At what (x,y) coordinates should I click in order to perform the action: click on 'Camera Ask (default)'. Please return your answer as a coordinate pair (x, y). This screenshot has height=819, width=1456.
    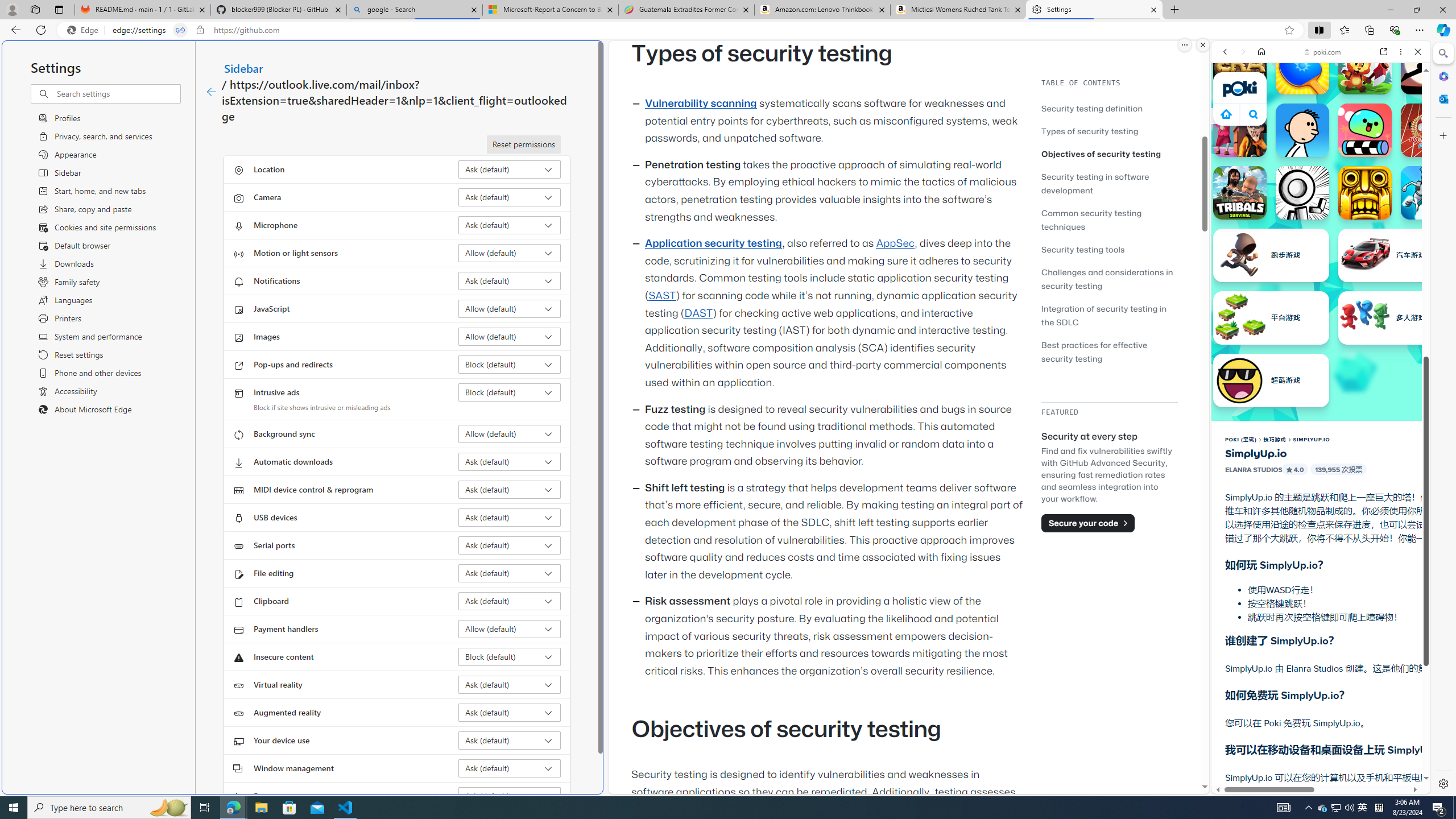
    Looking at the image, I should click on (510, 197).